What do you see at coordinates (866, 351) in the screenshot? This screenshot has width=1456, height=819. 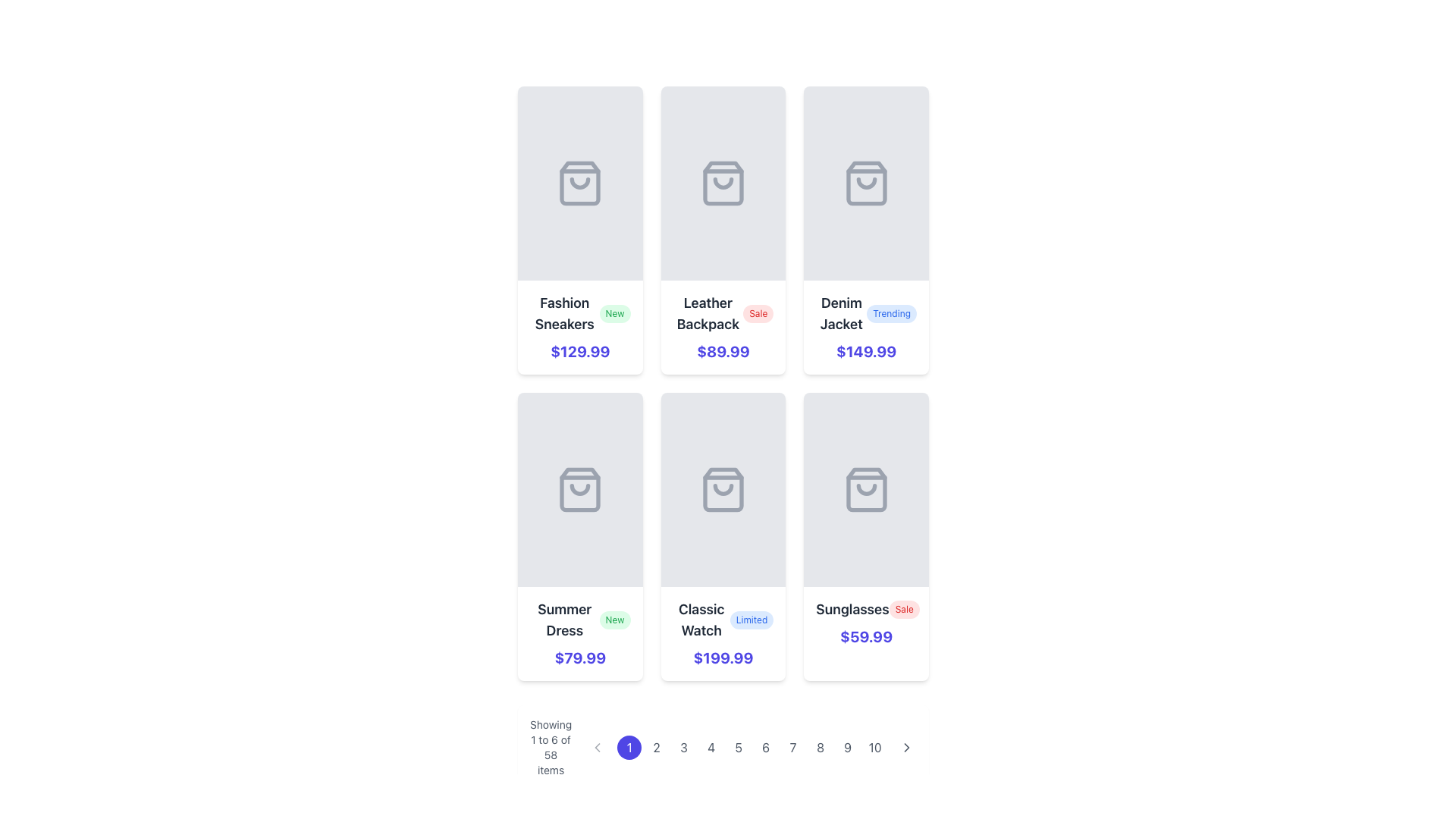 I see `the price label of the 'Denim Jacket' product` at bounding box center [866, 351].